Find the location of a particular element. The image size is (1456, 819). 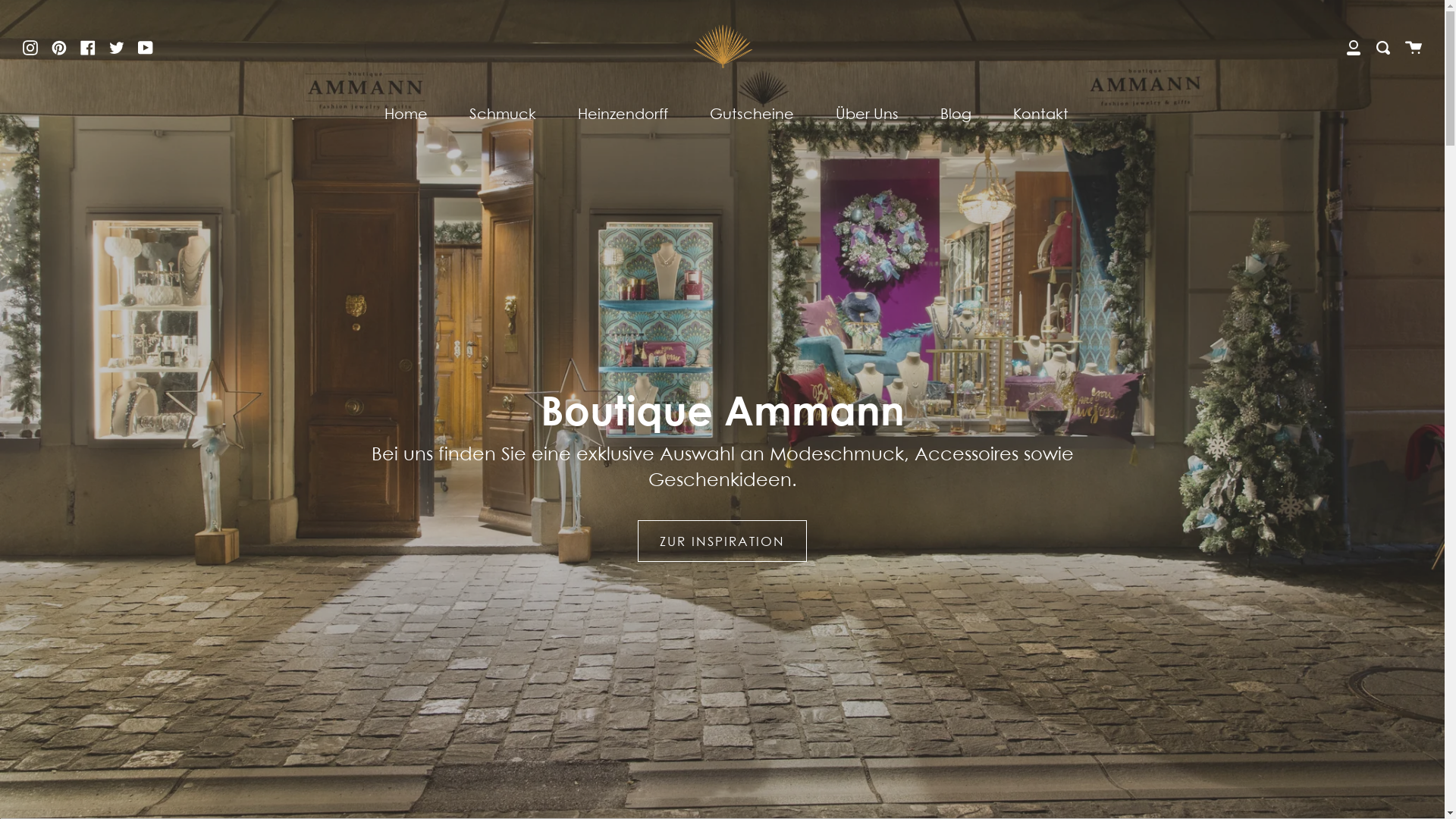

'Home' is located at coordinates (406, 113).